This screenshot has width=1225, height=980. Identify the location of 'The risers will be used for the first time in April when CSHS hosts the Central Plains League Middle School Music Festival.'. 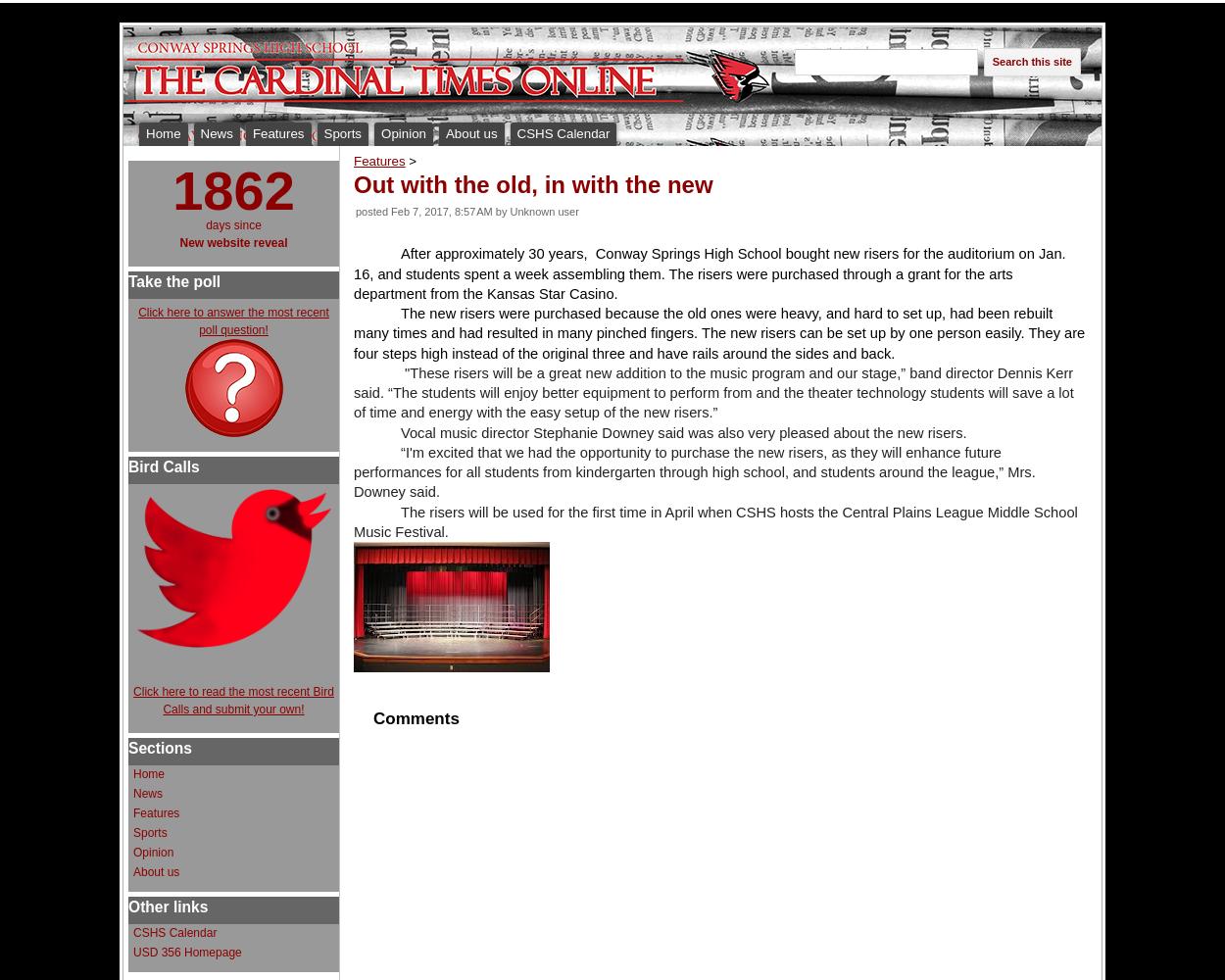
(353, 521).